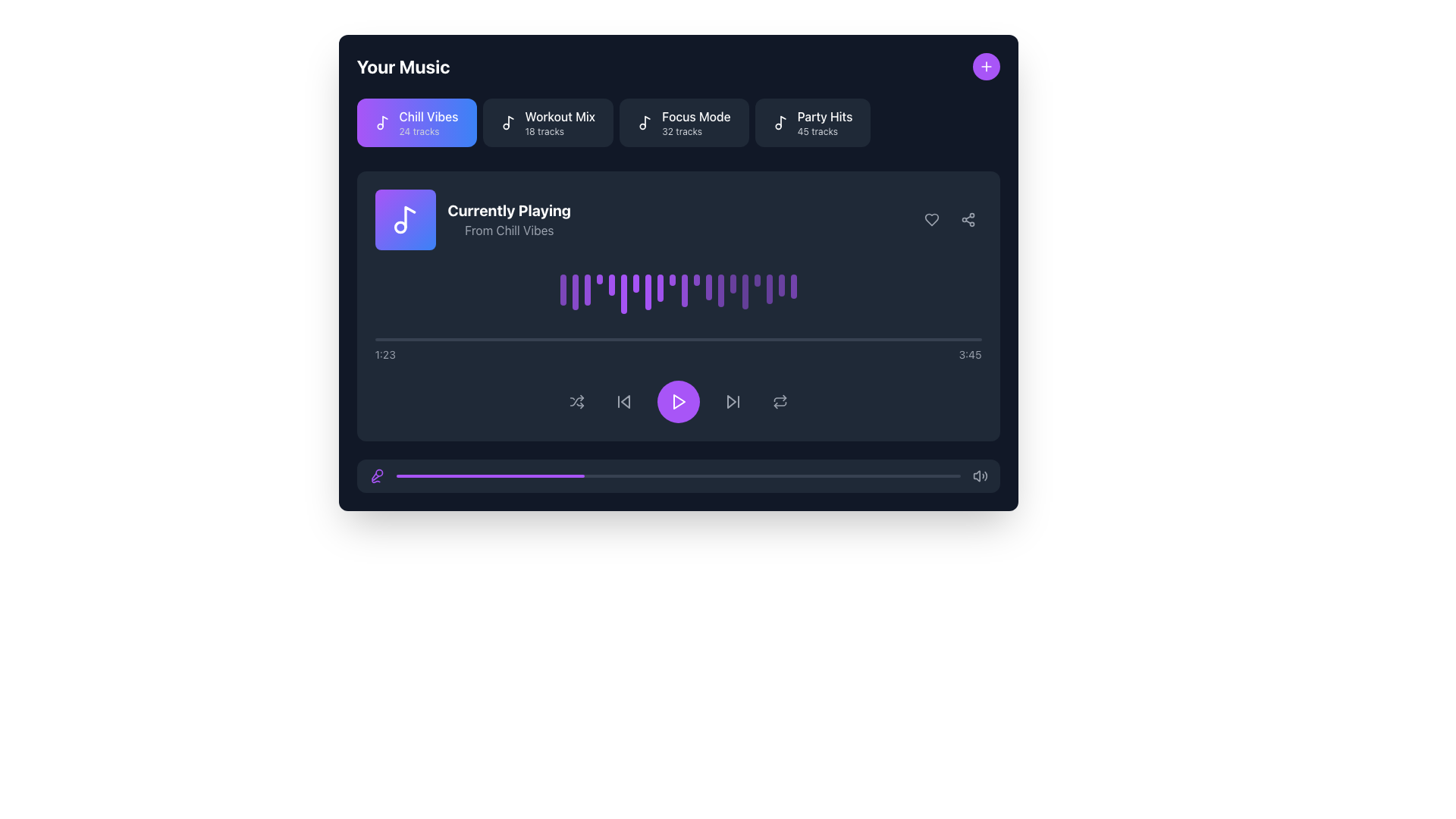 The width and height of the screenshot is (1456, 819). I want to click on the music progress bar, so click(474, 475).